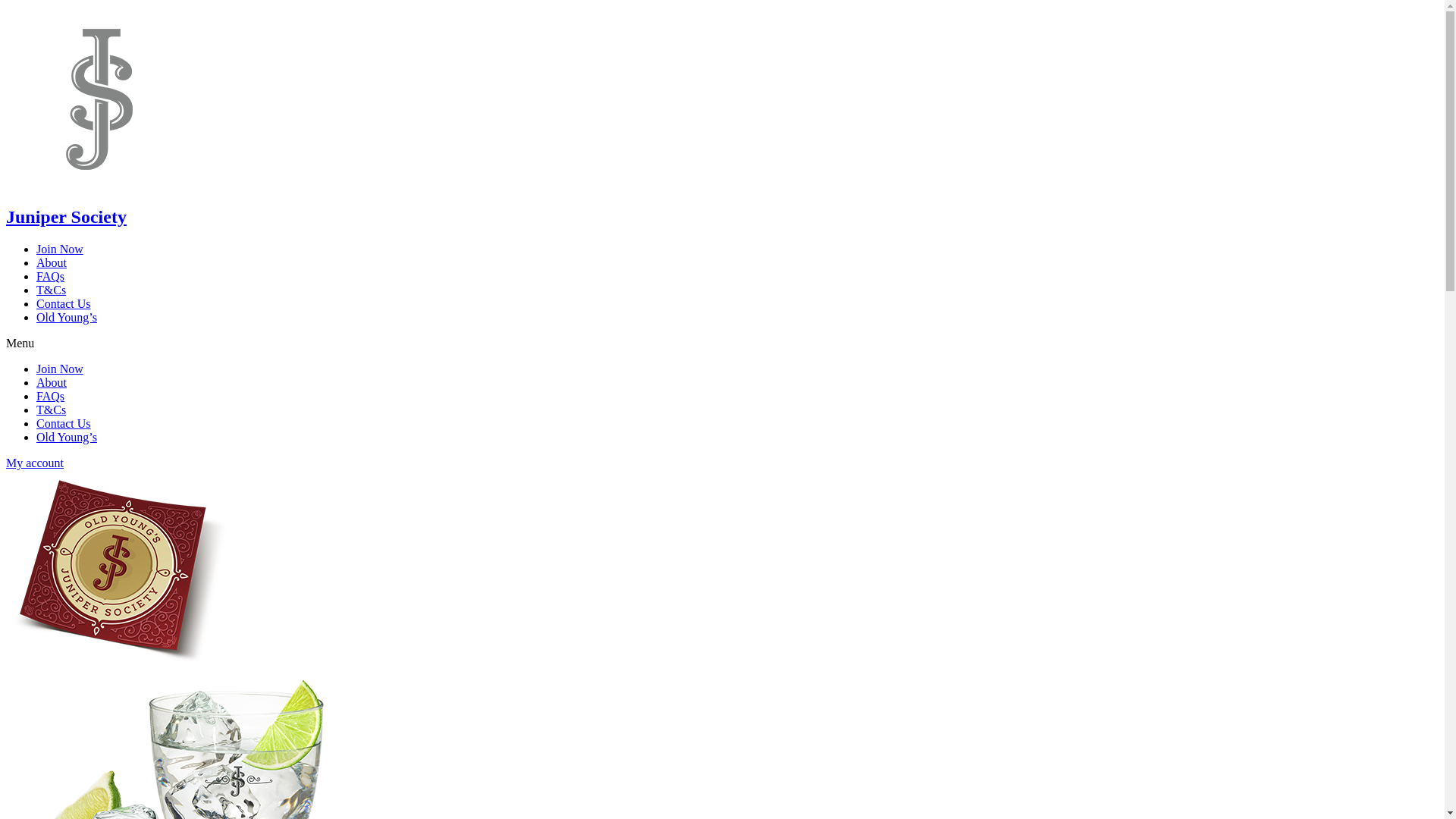 The image size is (1456, 819). What do you see at coordinates (6, 216) in the screenshot?
I see `'Juniper Society'` at bounding box center [6, 216].